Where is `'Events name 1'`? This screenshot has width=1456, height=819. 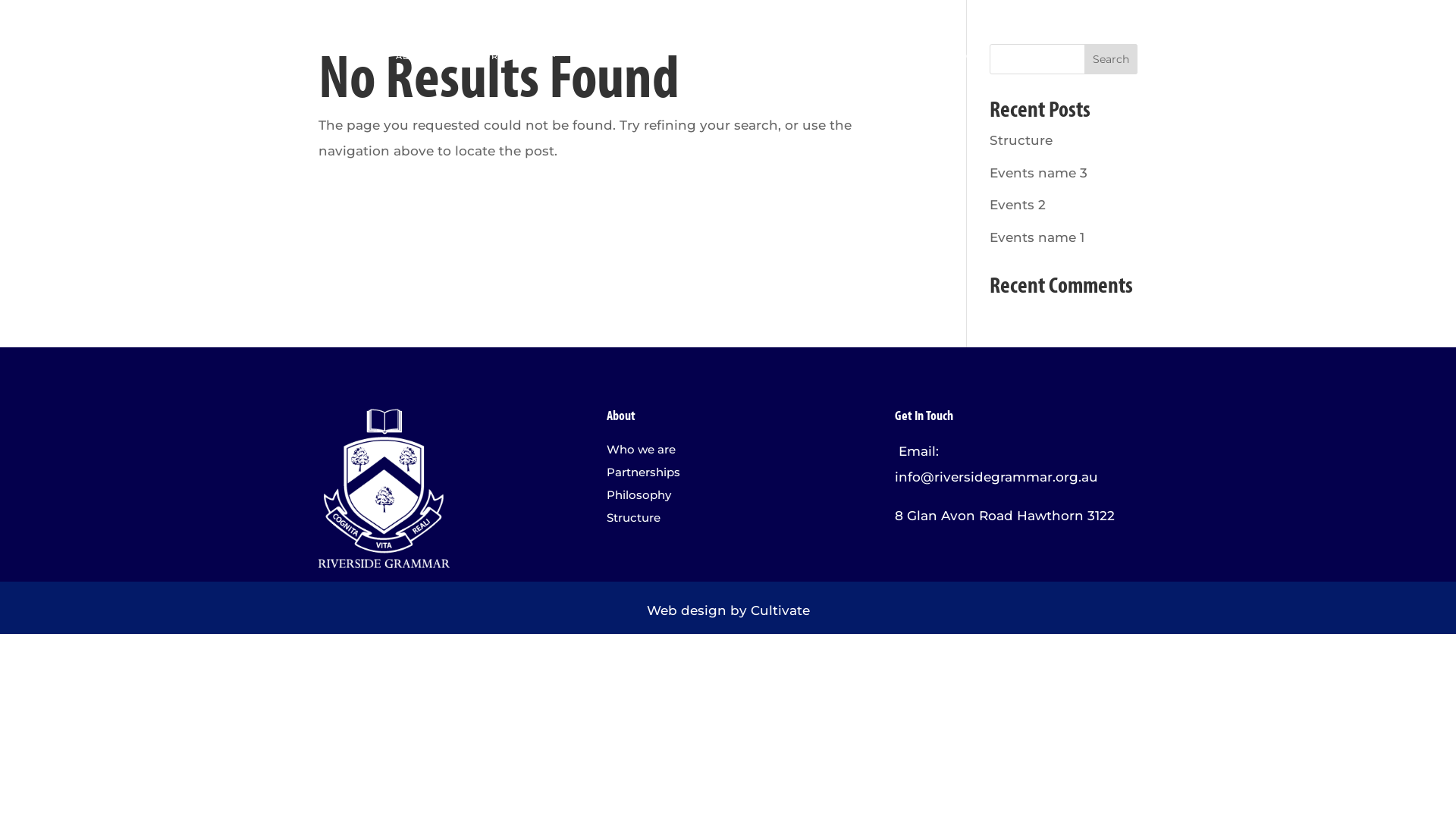
'Events name 1' is located at coordinates (1036, 237).